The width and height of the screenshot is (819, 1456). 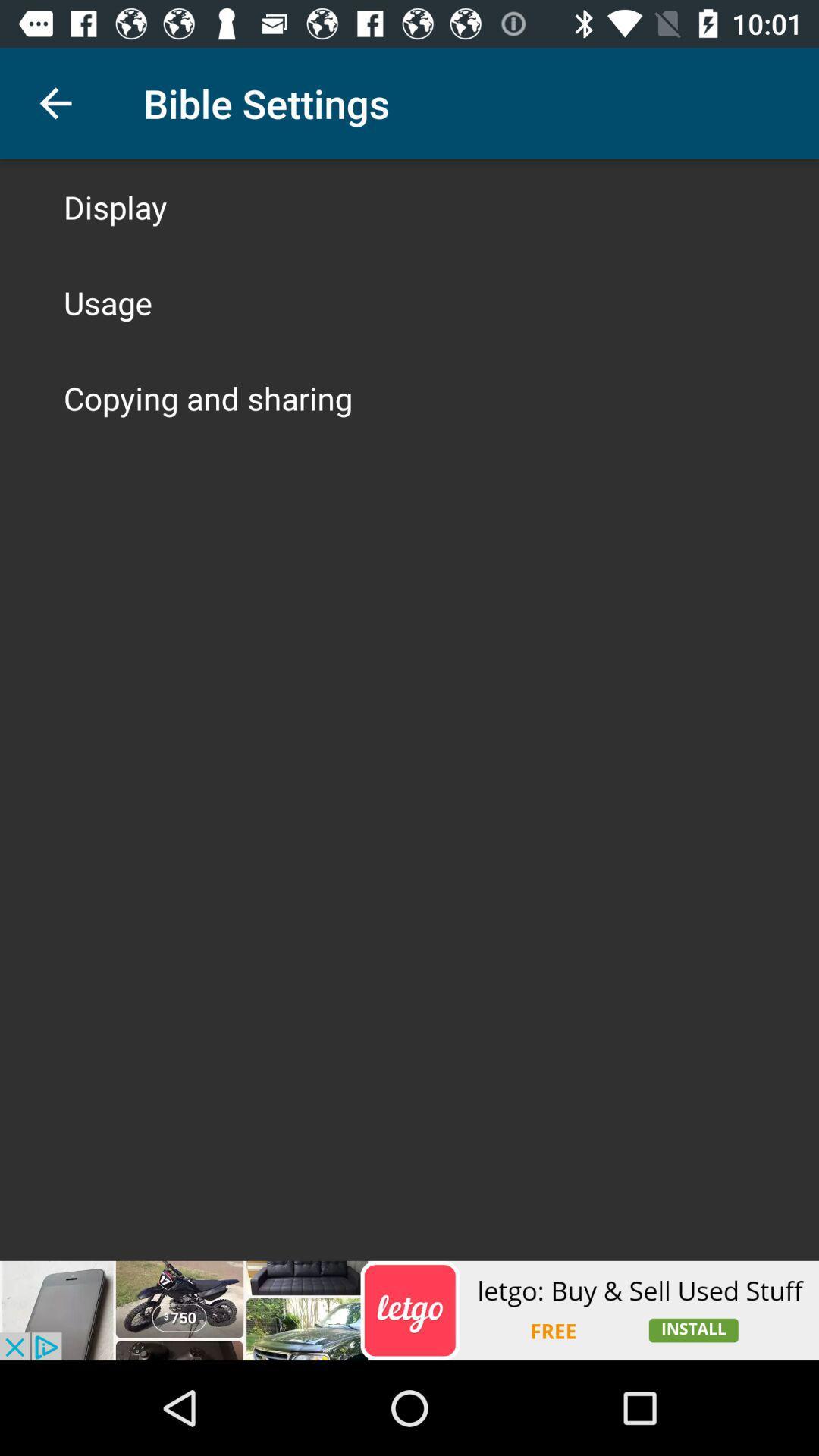 I want to click on the advertisement, so click(x=409, y=1310).